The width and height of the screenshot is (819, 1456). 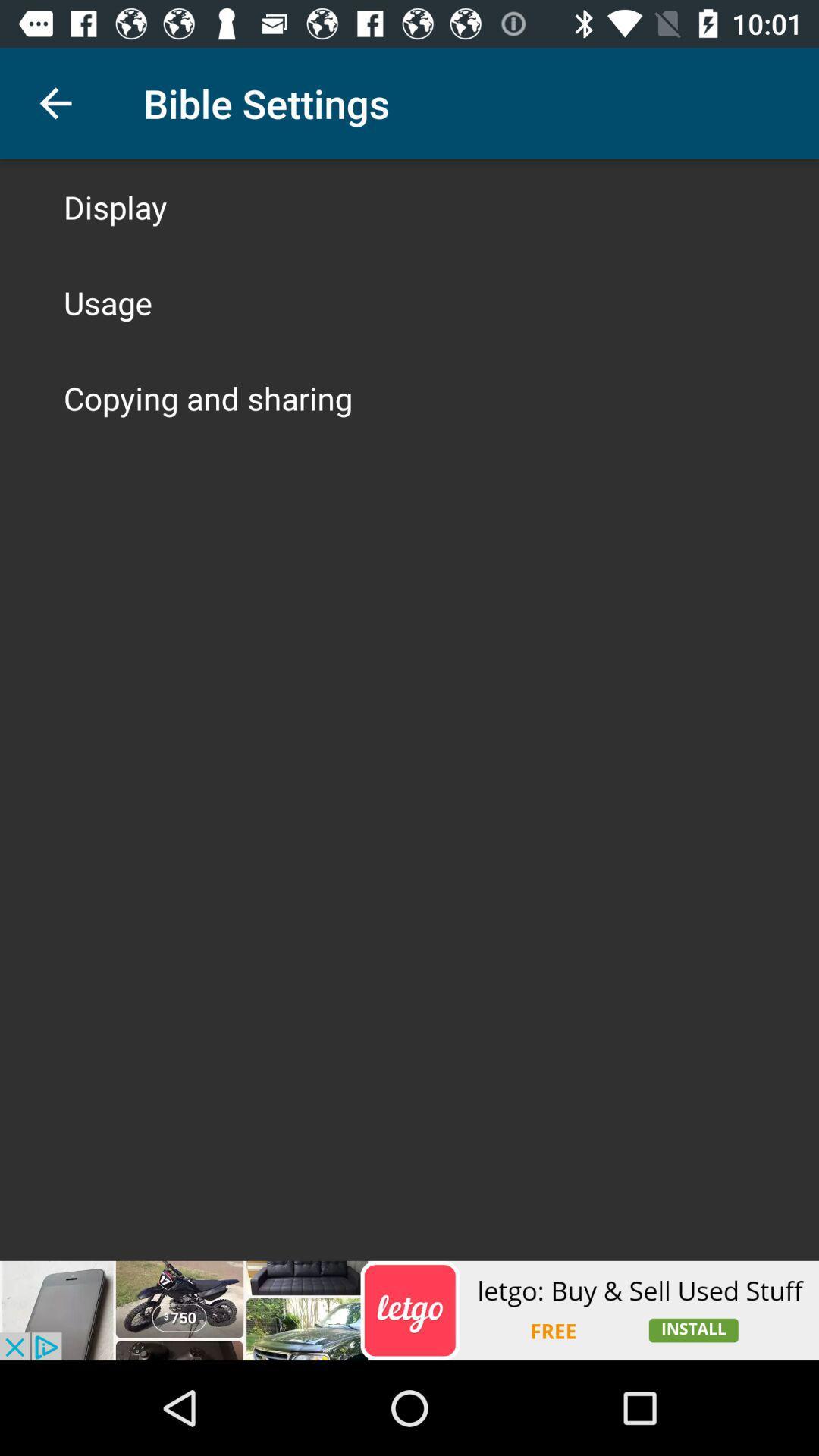 I want to click on the advertisement, so click(x=409, y=1310).